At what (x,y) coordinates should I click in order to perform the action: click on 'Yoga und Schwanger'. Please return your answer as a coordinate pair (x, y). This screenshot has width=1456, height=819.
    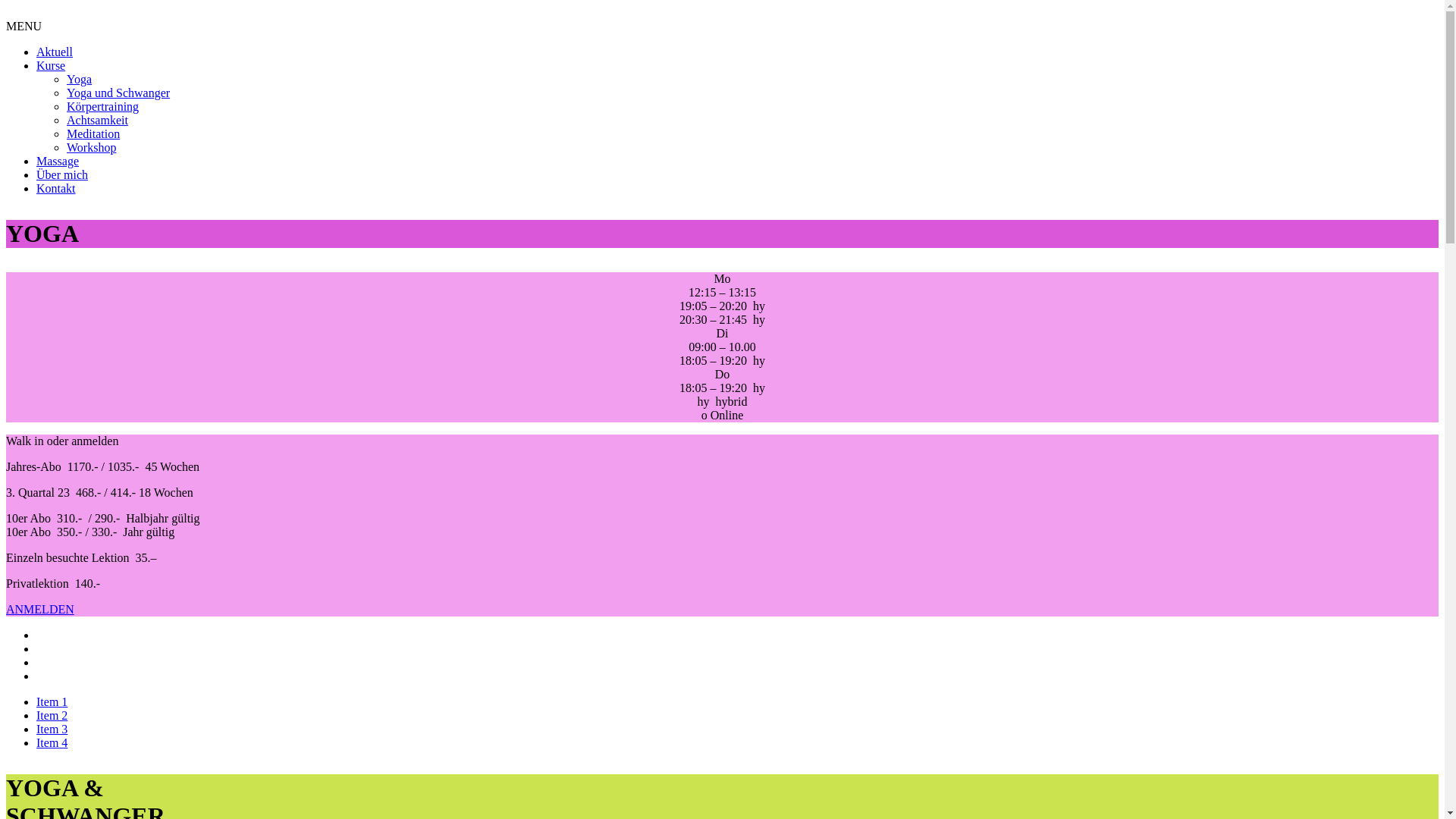
    Looking at the image, I should click on (118, 93).